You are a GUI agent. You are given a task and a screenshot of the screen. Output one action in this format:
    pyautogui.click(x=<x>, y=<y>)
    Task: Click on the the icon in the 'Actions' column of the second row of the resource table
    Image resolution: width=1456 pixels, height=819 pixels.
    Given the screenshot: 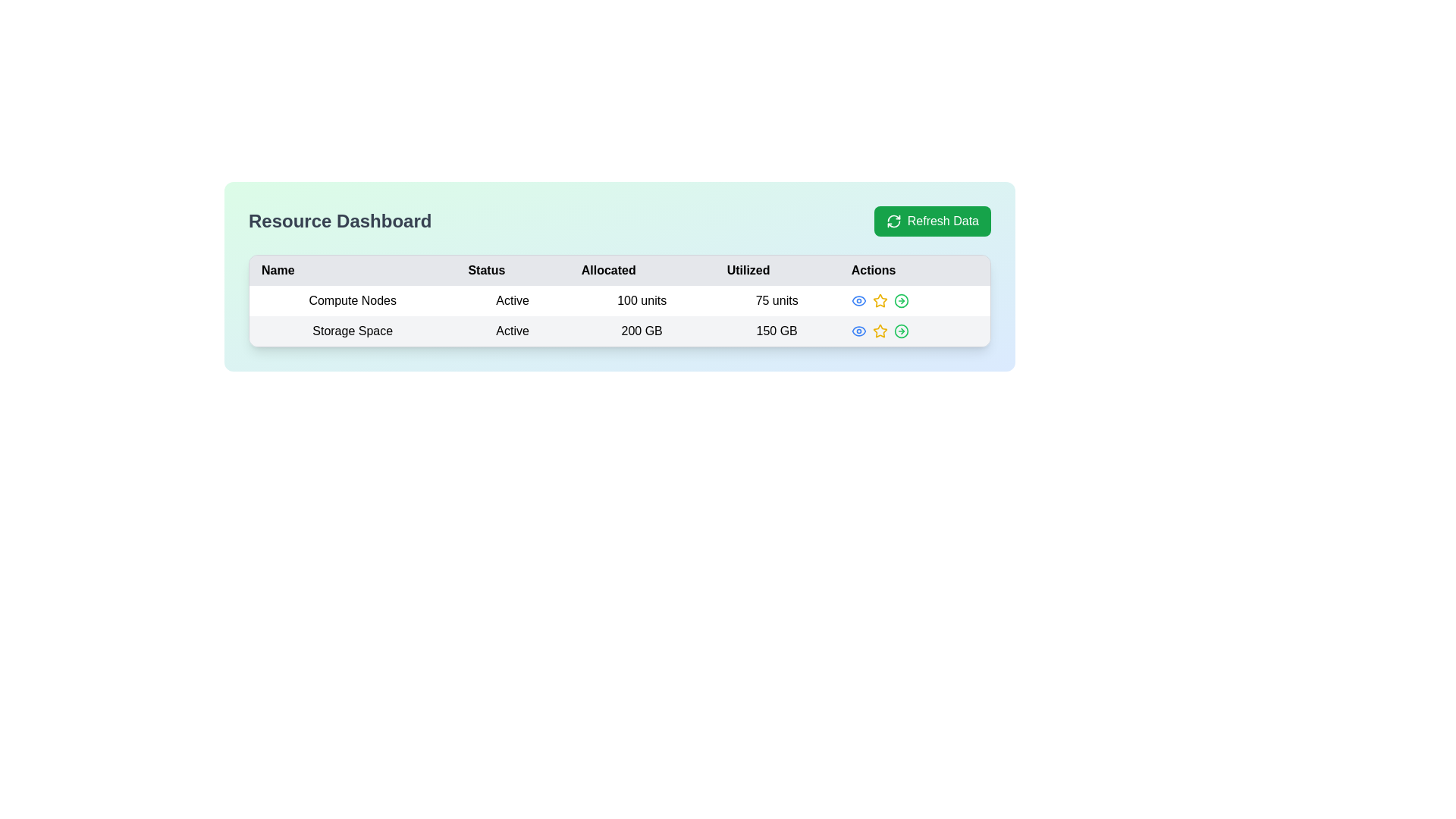 What is the action you would take?
    pyautogui.click(x=880, y=300)
    